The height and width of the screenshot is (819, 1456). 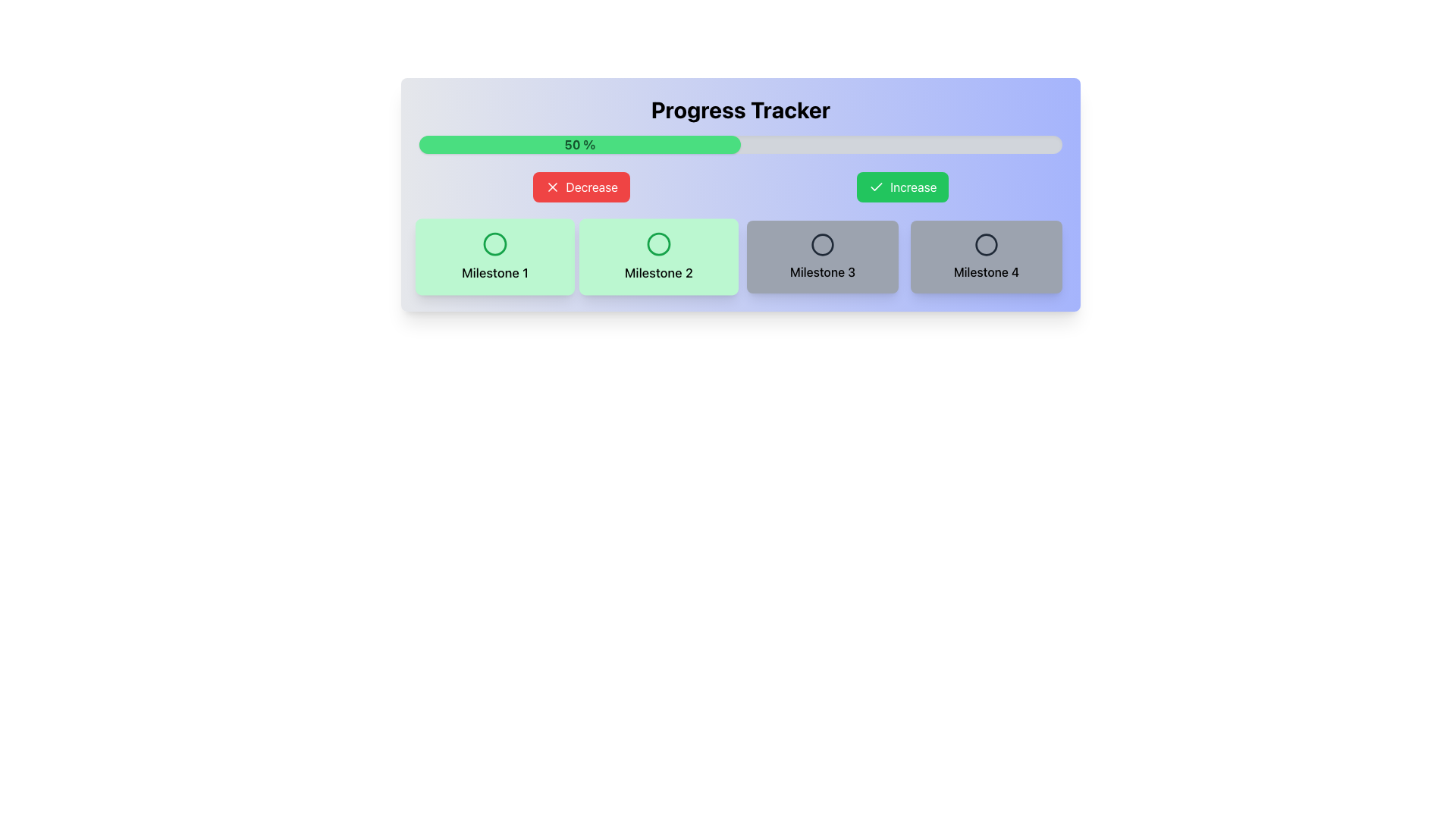 What do you see at coordinates (494, 271) in the screenshot?
I see `text label located in the bottom-left quadrant of the milestone indicator component, positioned directly beneath the circular icon` at bounding box center [494, 271].